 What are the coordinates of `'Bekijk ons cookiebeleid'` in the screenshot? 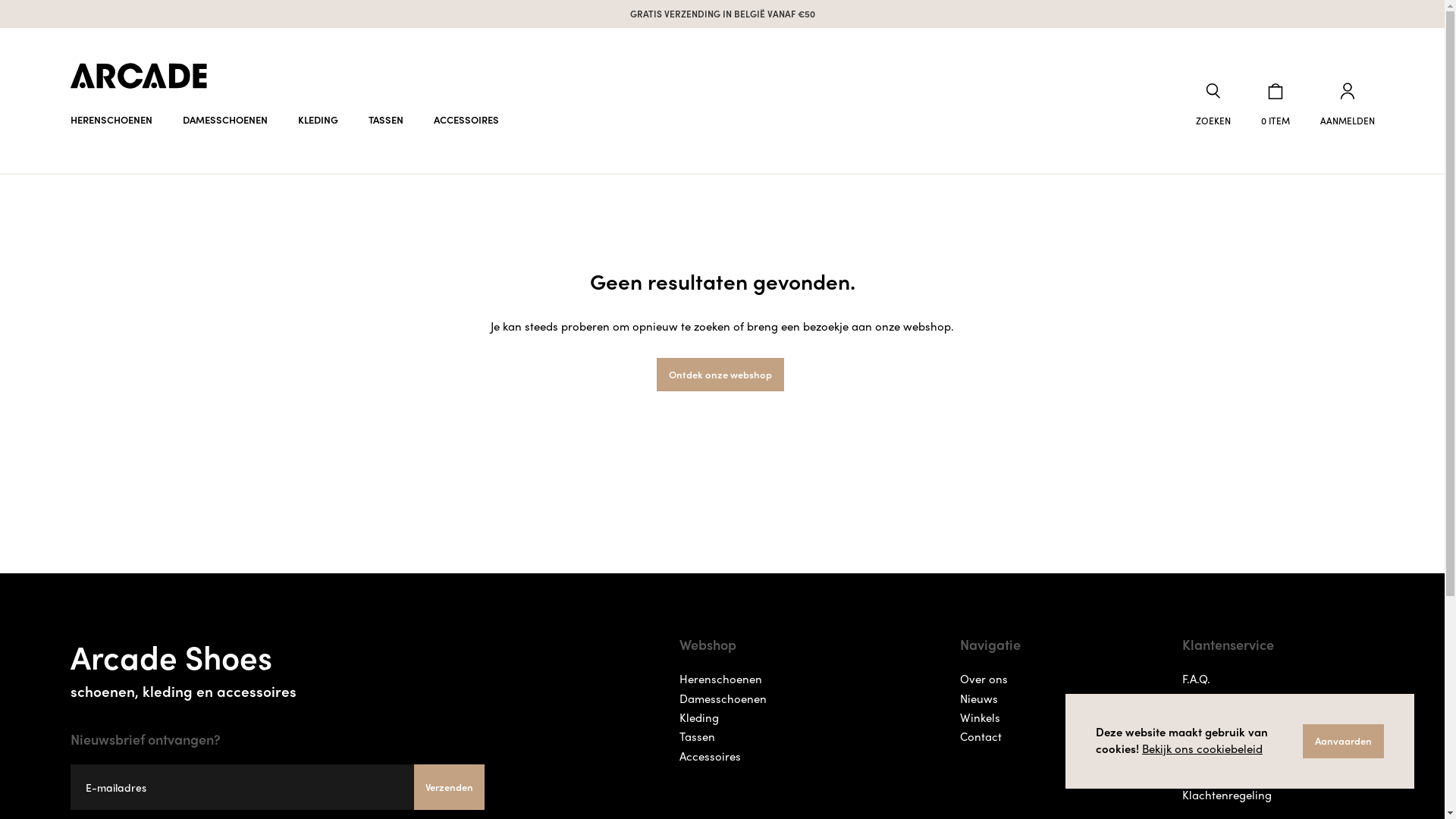 It's located at (1201, 748).